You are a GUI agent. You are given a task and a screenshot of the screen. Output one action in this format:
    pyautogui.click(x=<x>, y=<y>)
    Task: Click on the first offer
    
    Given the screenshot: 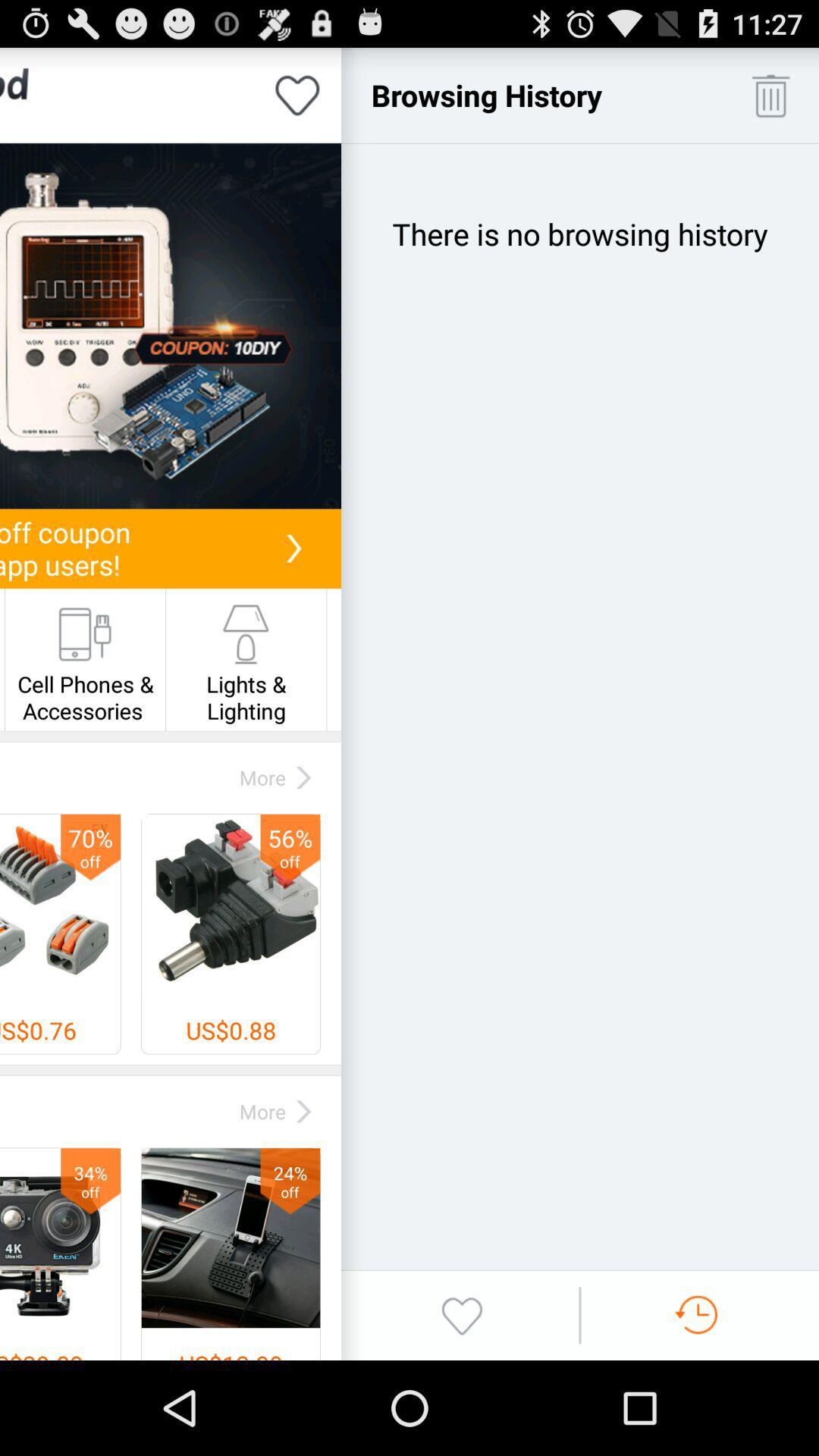 What is the action you would take?
    pyautogui.click(x=170, y=325)
    